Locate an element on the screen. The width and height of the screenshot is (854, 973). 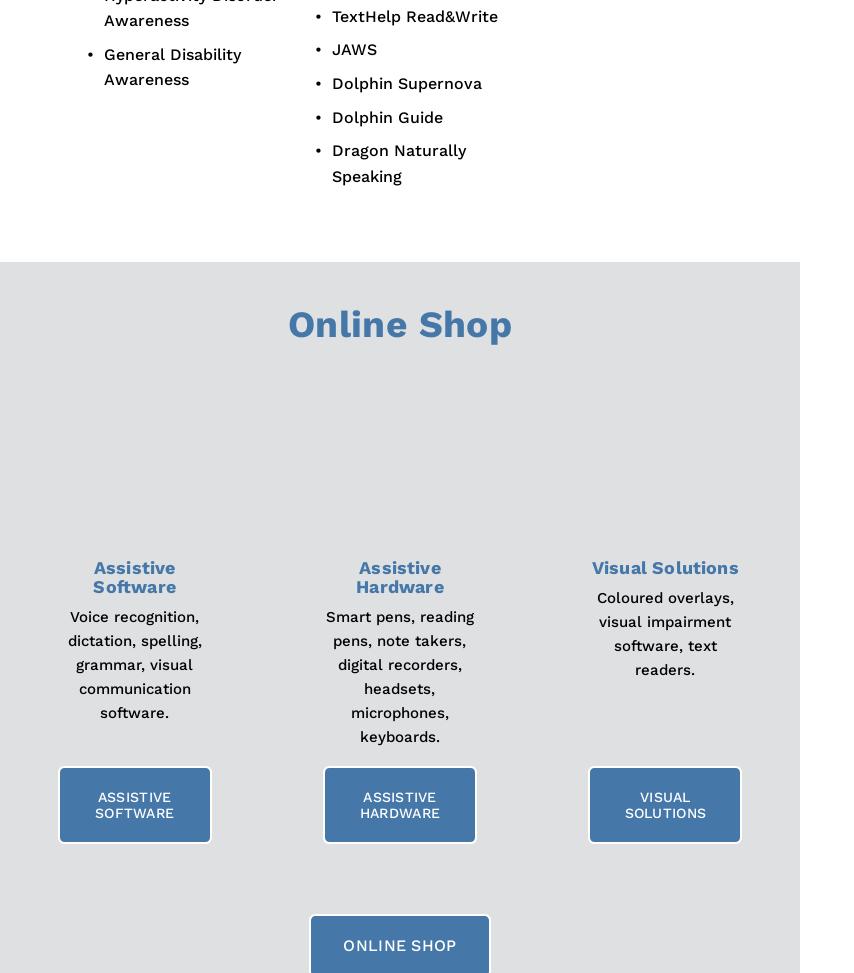
'Online Shop' is located at coordinates (399, 324).